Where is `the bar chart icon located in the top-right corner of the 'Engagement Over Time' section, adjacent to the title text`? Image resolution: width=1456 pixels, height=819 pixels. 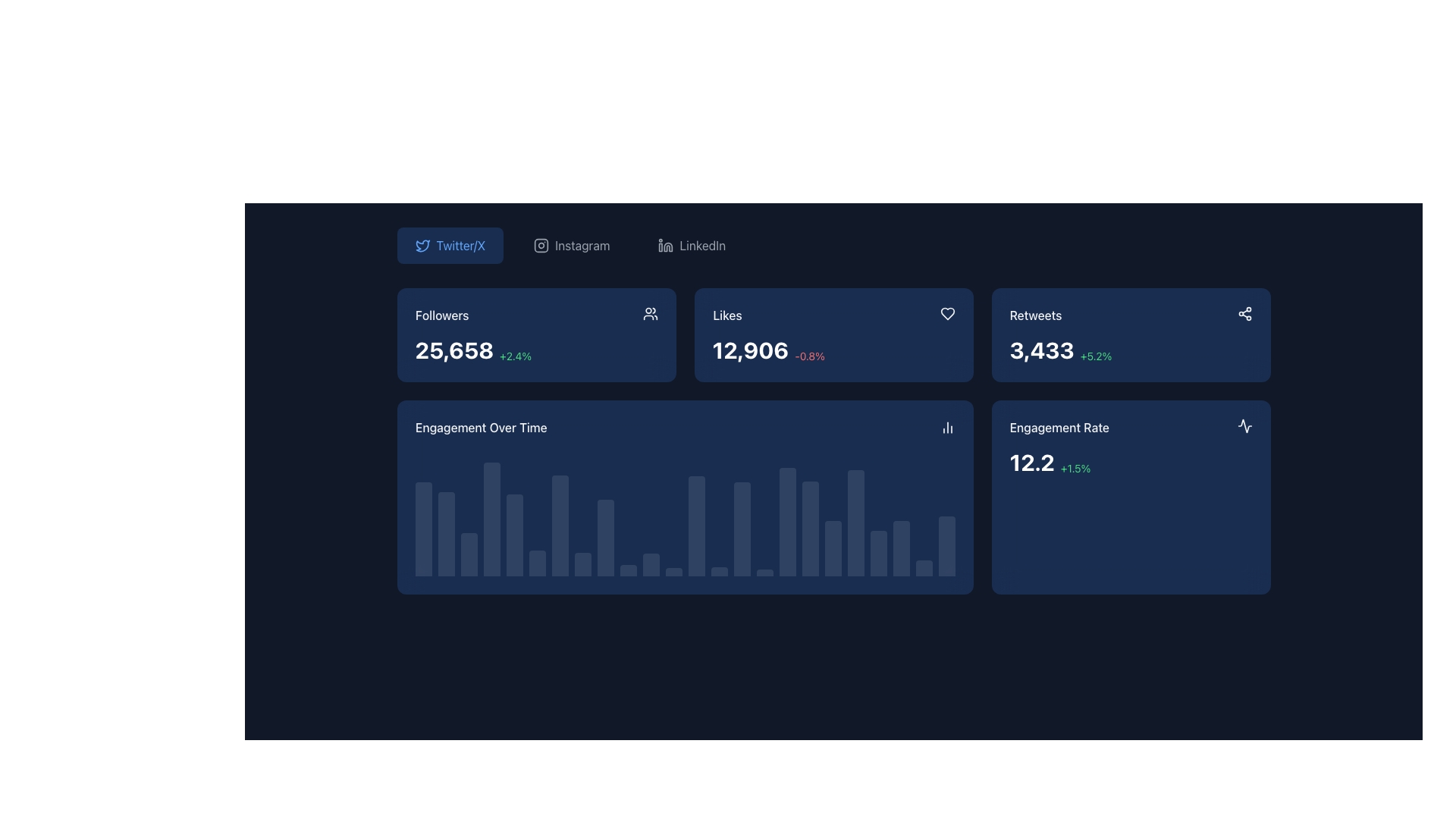 the bar chart icon located in the top-right corner of the 'Engagement Over Time' section, adjacent to the title text is located at coordinates (946, 427).